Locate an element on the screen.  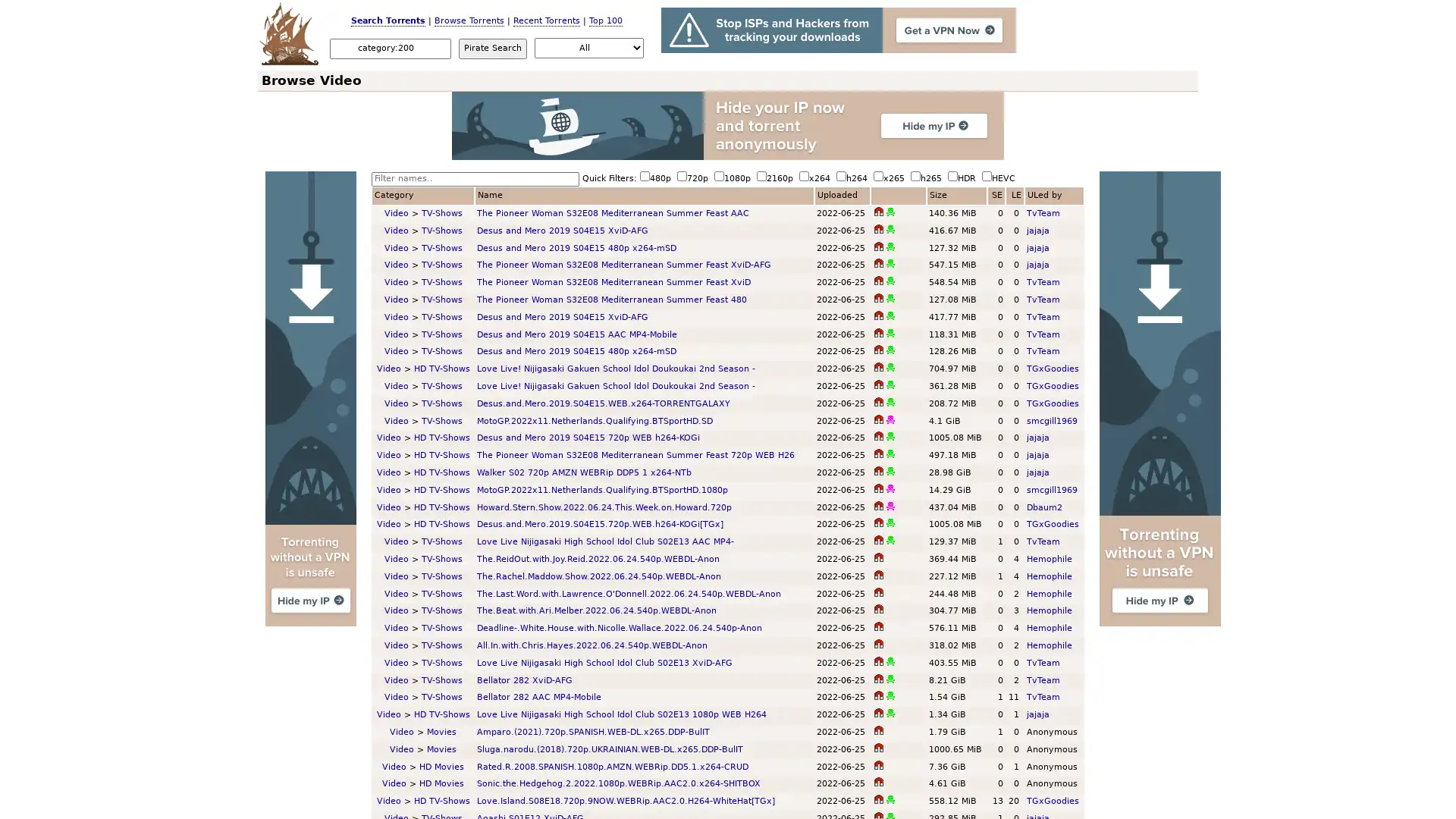
Pirate Search is located at coordinates (492, 47).